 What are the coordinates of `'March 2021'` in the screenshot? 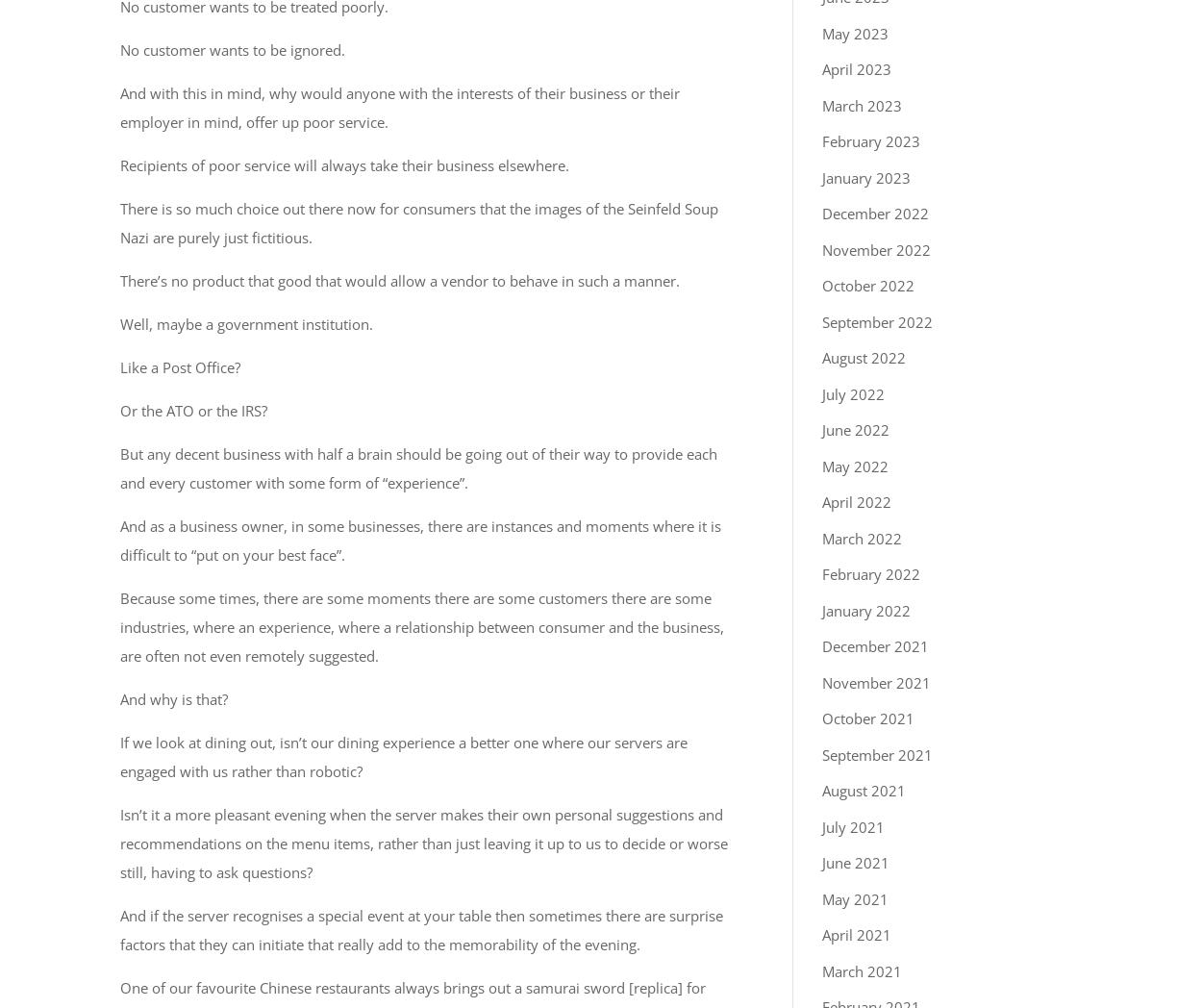 It's located at (821, 970).